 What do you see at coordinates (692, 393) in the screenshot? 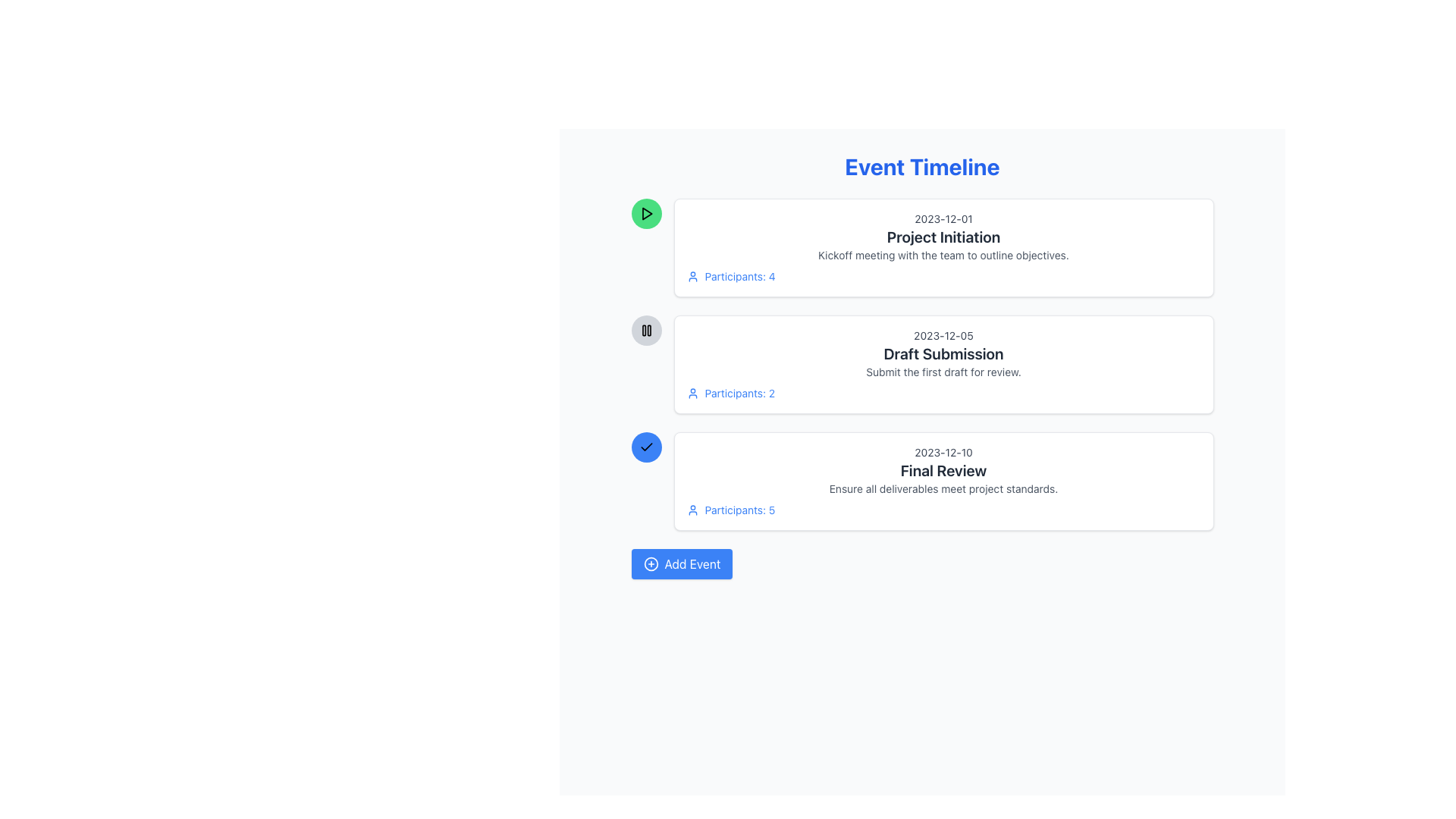
I see `the informative icon indicating participant information for the event labeled 'Draft Submission' in the timeline structure` at bounding box center [692, 393].